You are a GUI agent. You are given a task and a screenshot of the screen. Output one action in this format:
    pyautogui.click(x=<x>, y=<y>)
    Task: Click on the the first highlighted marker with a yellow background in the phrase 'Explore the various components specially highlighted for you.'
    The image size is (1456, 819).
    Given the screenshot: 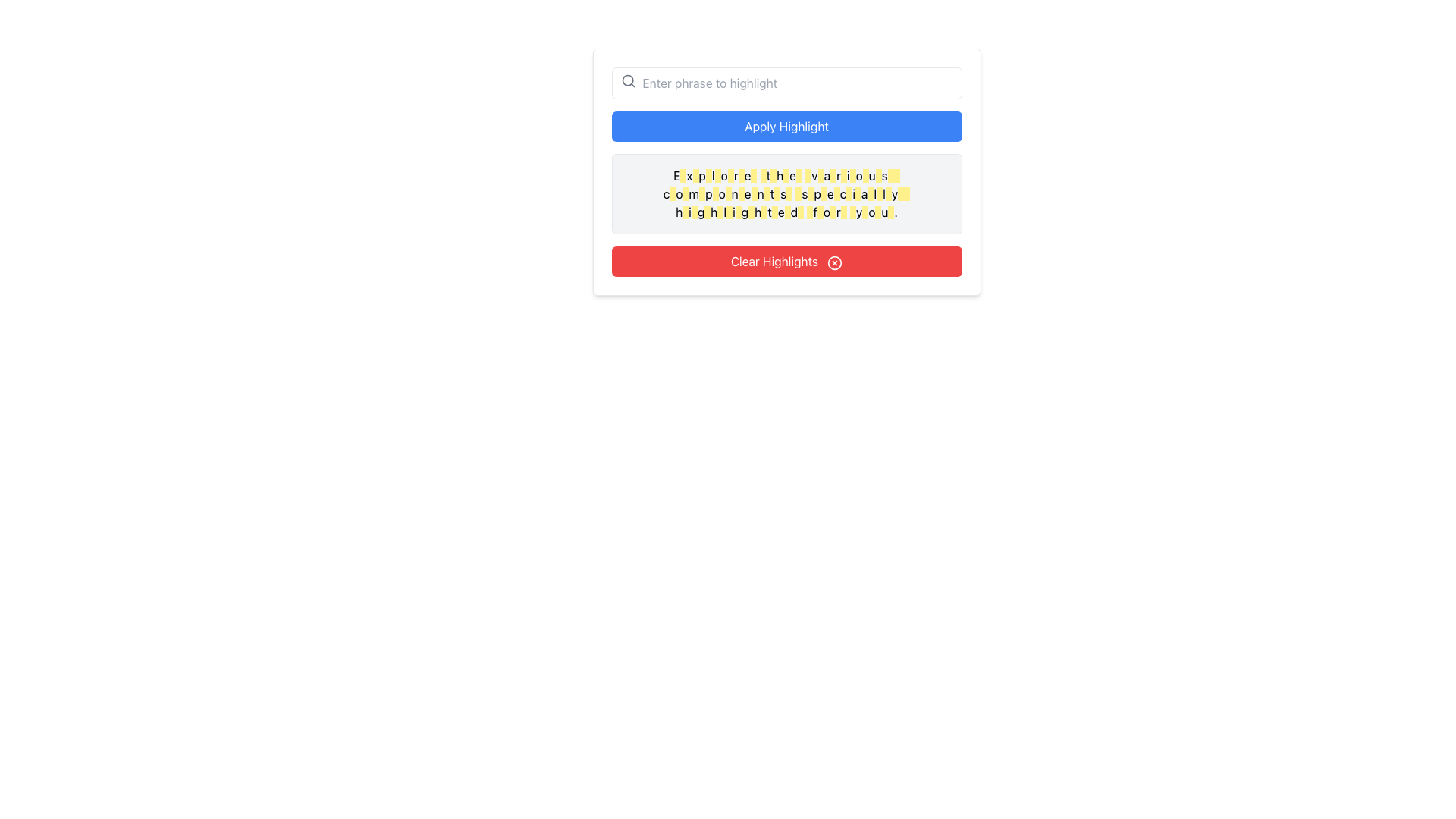 What is the action you would take?
    pyautogui.click(x=682, y=174)
    